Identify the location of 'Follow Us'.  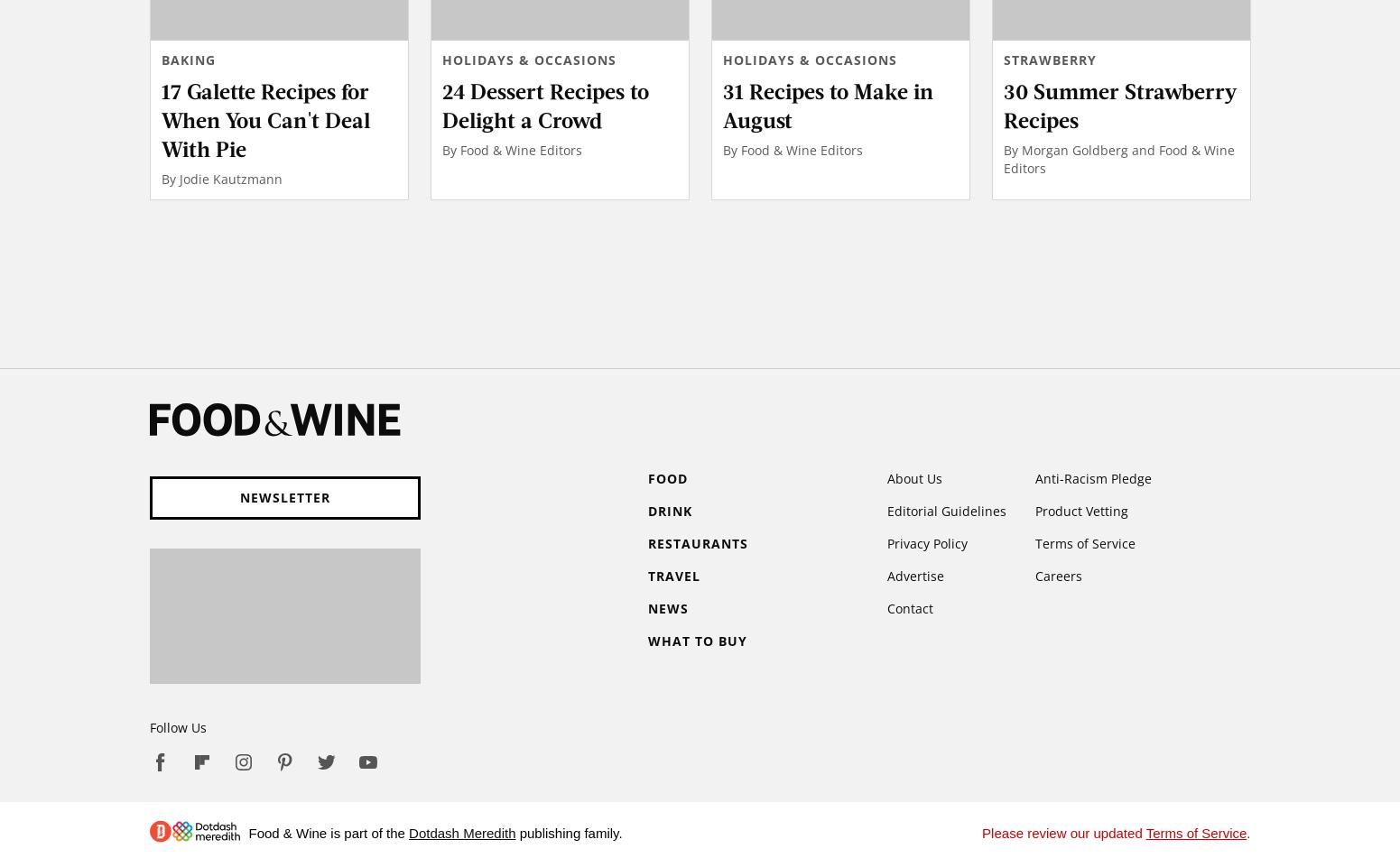
(176, 726).